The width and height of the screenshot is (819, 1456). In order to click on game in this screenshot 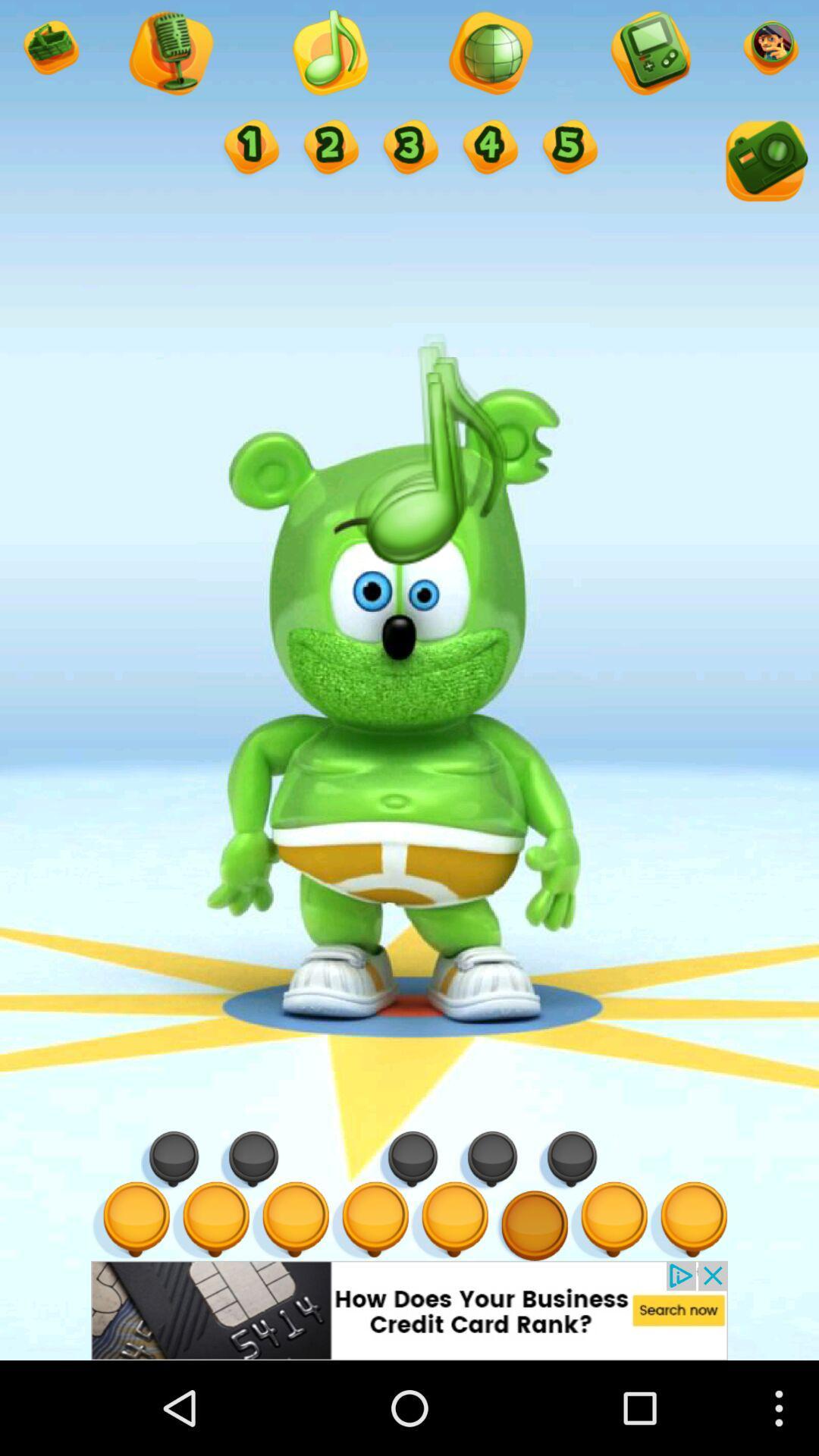, I will do `click(648, 55)`.